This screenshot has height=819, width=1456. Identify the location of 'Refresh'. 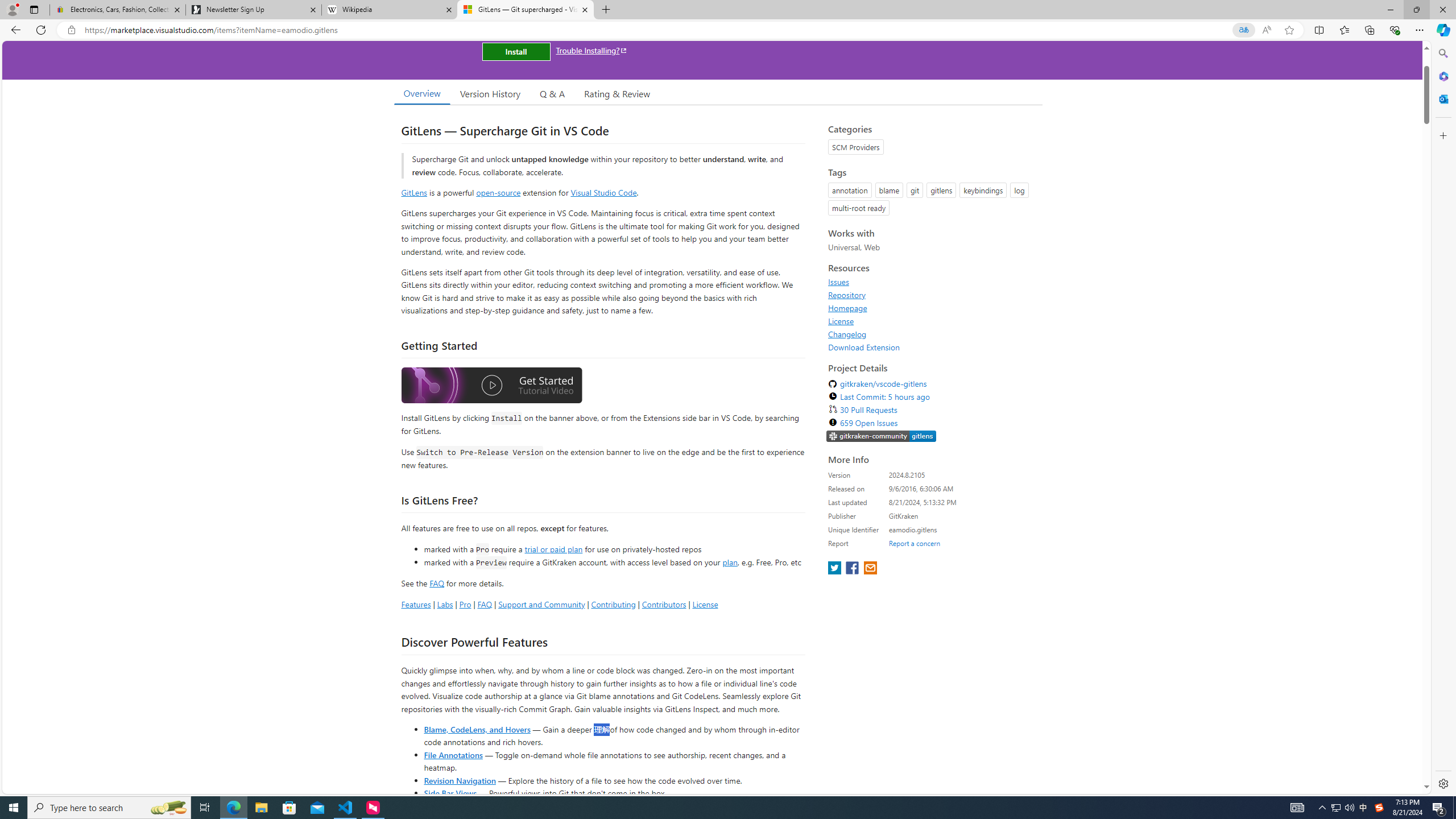
(40, 29).